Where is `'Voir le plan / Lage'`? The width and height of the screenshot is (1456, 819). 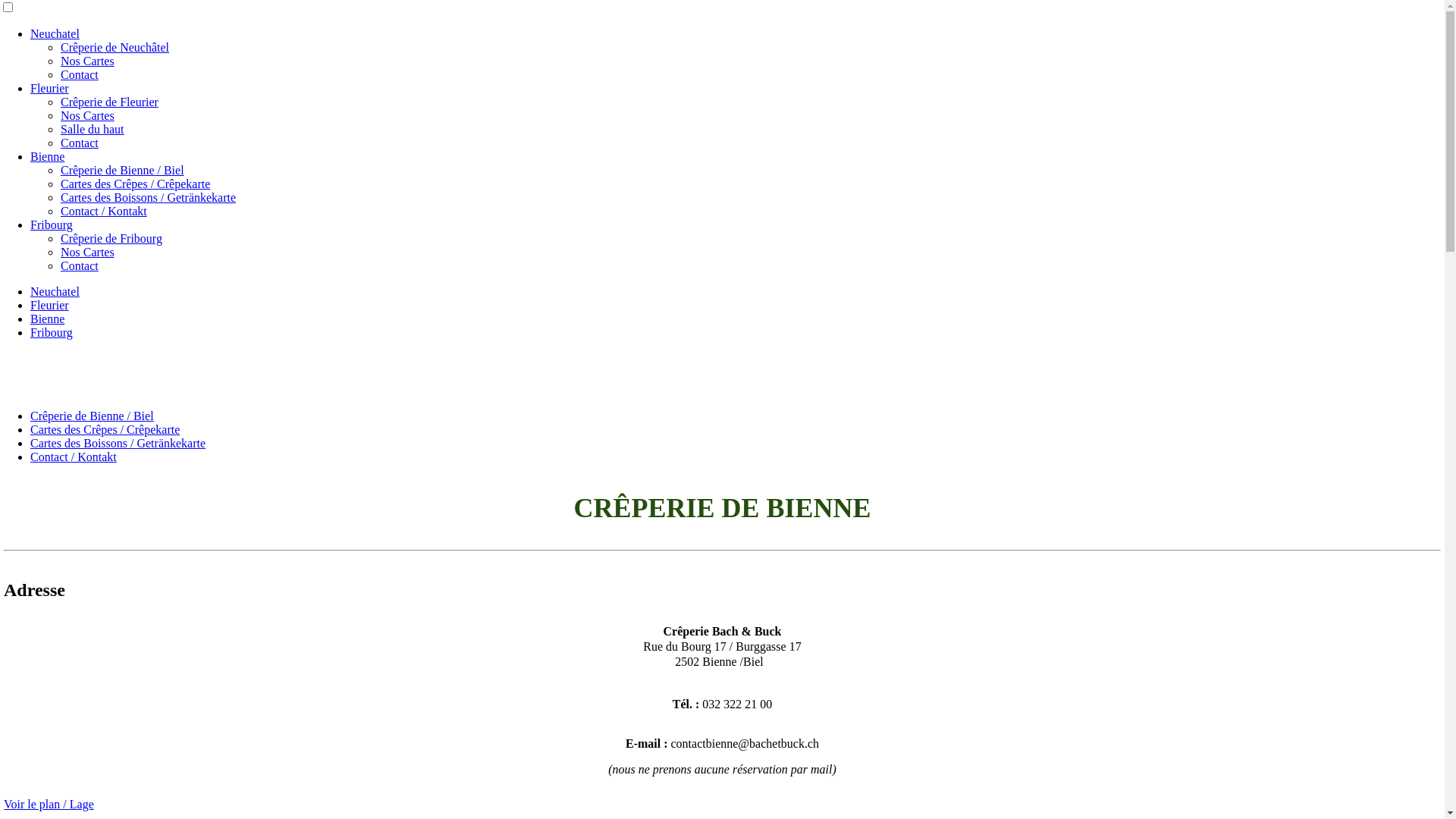
'Voir le plan / Lage' is located at coordinates (3, 803).